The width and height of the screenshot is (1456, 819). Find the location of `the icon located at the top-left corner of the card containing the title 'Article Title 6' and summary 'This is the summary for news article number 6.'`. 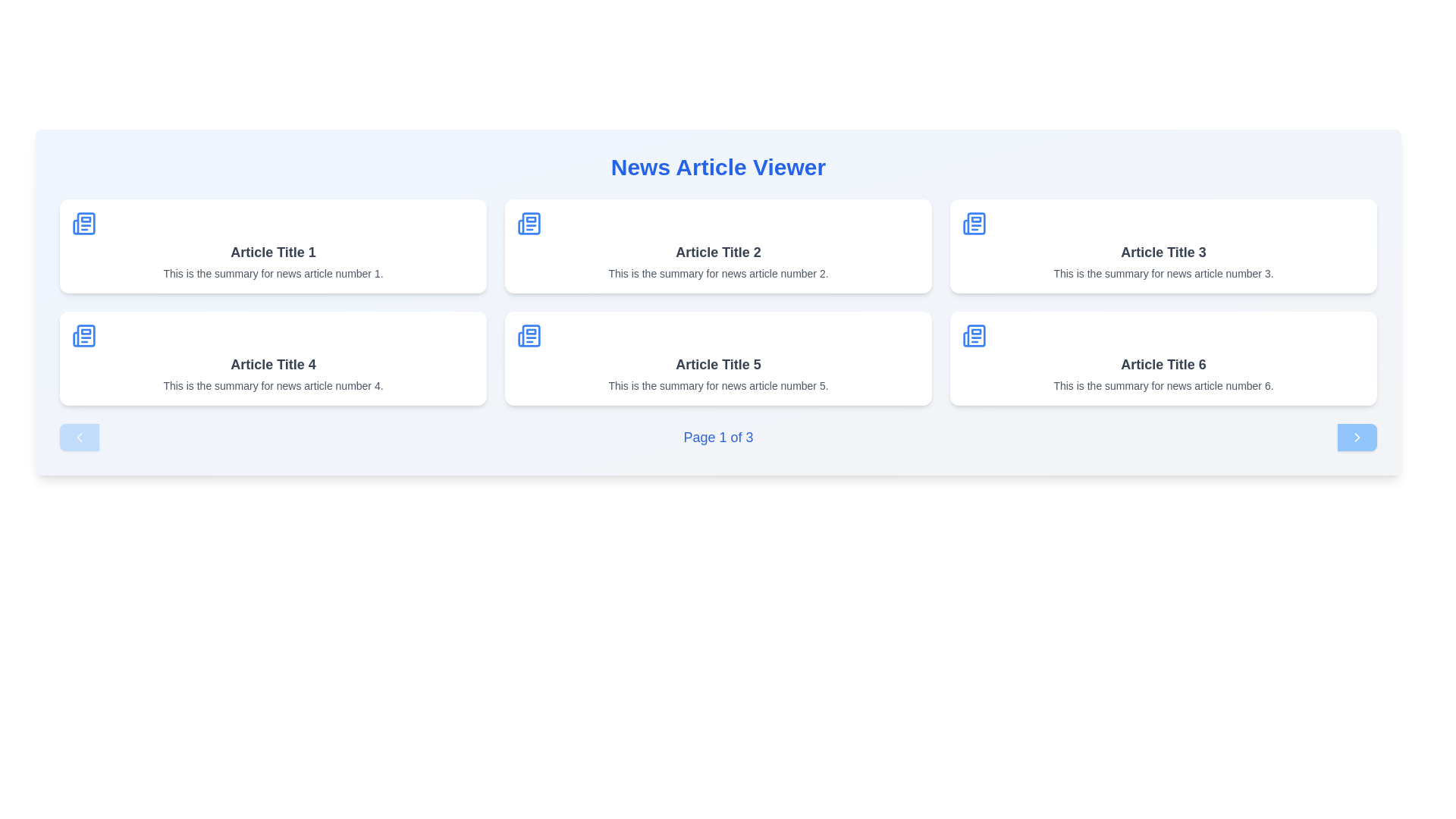

the icon located at the top-left corner of the card containing the title 'Article Title 6' and summary 'This is the summary for news article number 6.' is located at coordinates (974, 335).